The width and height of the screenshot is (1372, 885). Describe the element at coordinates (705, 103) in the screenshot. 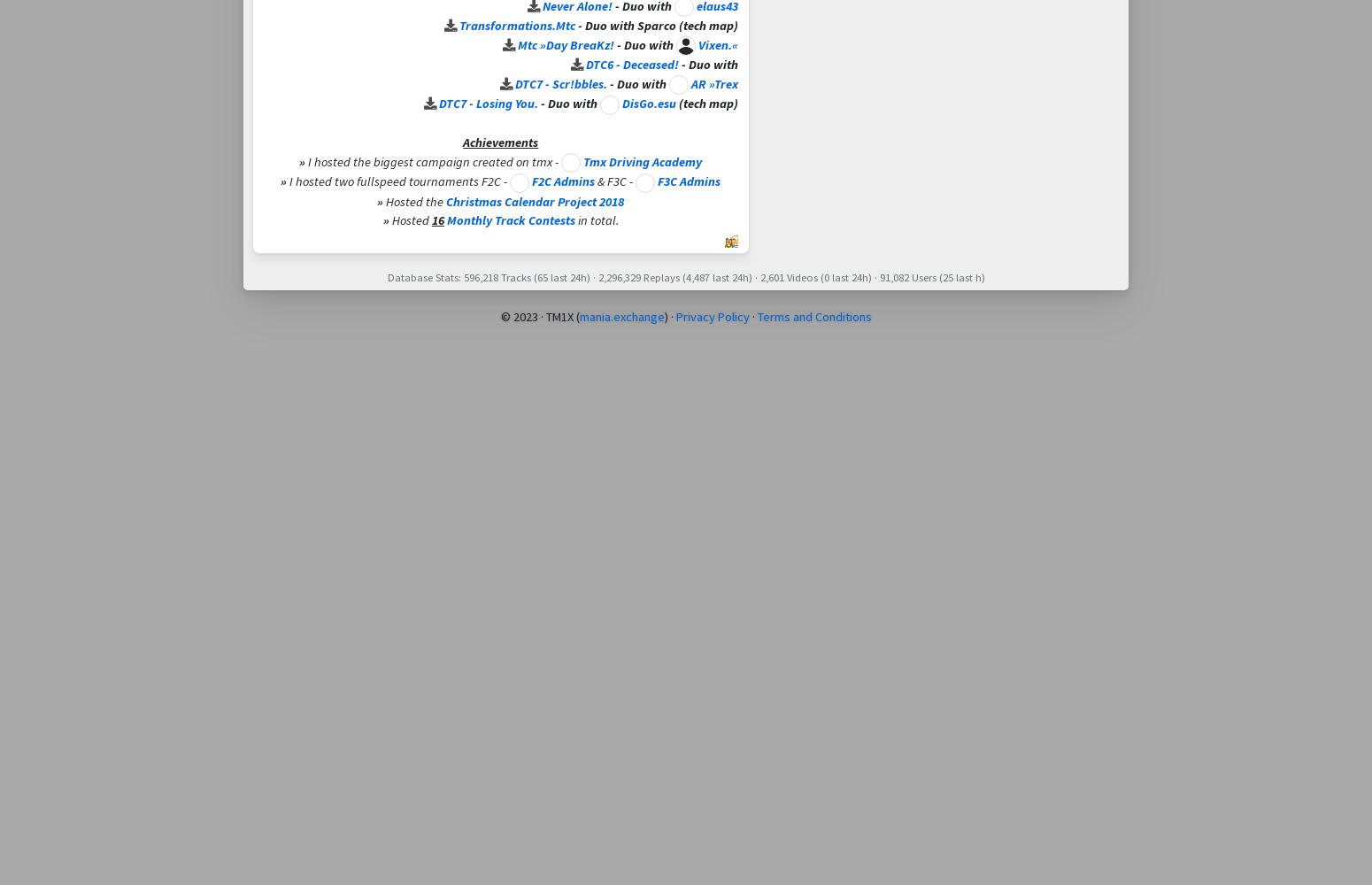

I see `'(tech map)'` at that location.